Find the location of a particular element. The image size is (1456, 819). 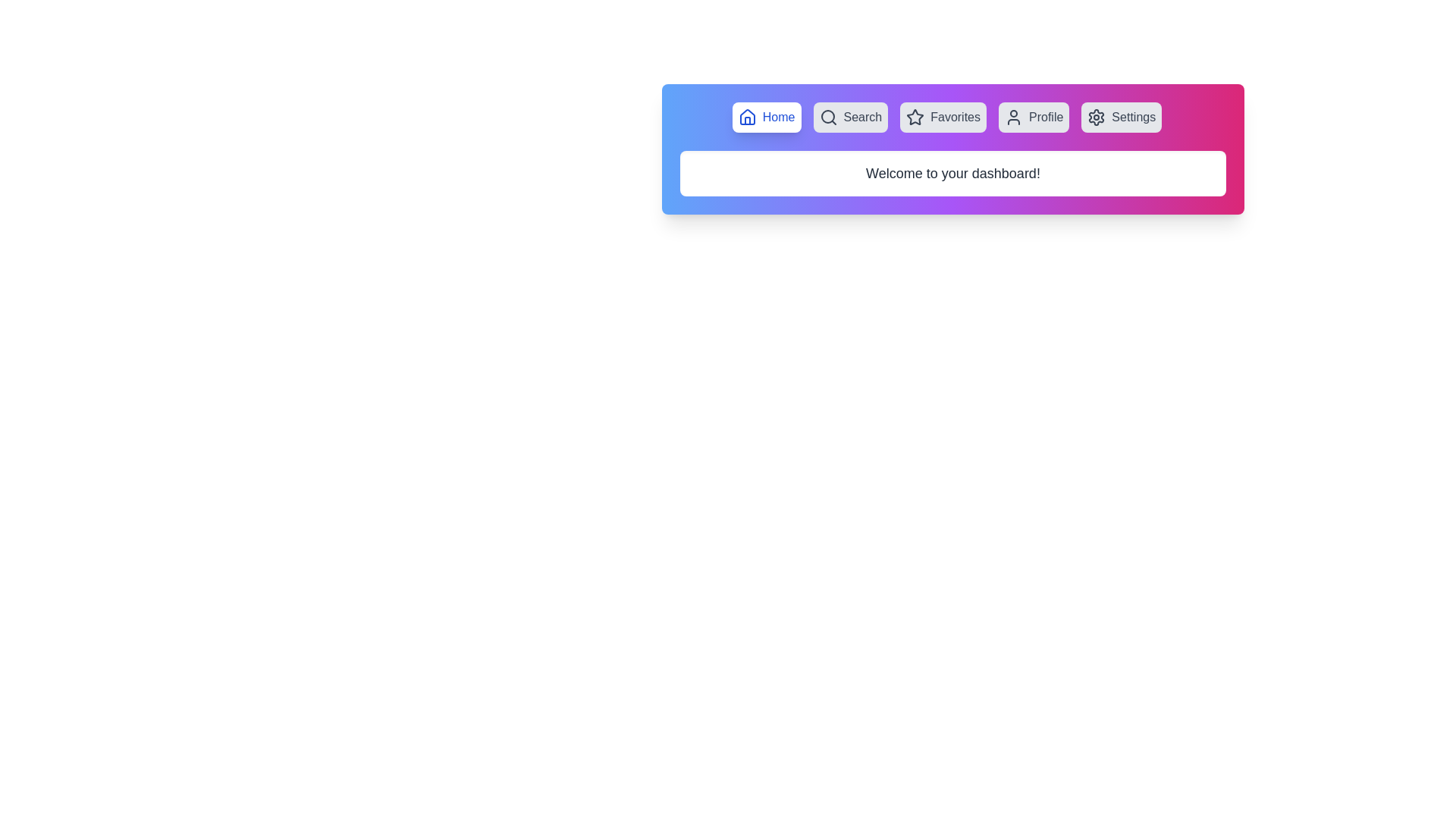

the 'Favorites' navigation button to visualize hover effects, which is the third button in a horizontal row of five at the top of the section is located at coordinates (952, 116).